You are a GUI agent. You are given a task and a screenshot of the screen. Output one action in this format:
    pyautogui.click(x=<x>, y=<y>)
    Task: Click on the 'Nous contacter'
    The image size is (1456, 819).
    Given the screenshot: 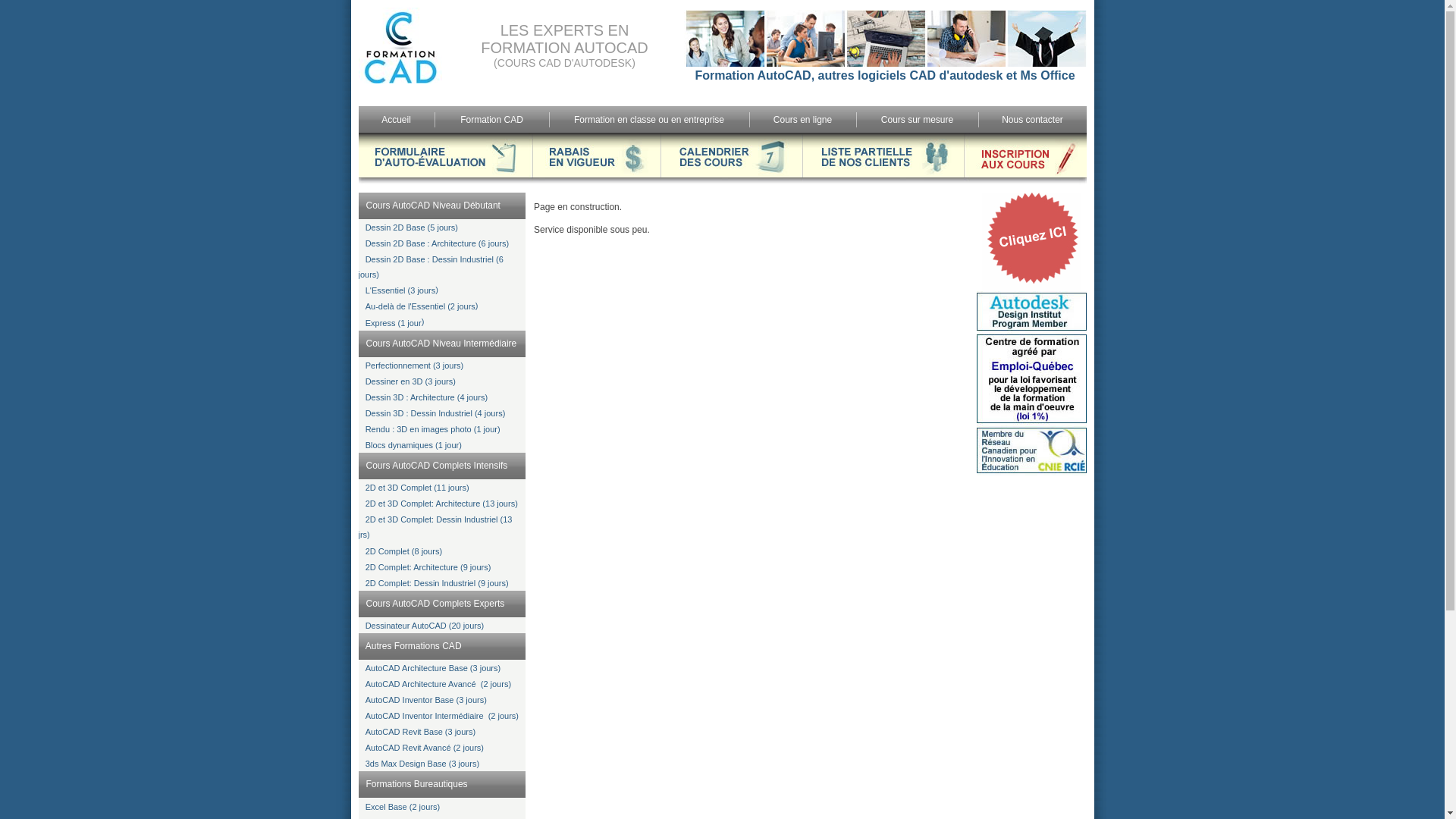 What is the action you would take?
    pyautogui.click(x=1031, y=118)
    